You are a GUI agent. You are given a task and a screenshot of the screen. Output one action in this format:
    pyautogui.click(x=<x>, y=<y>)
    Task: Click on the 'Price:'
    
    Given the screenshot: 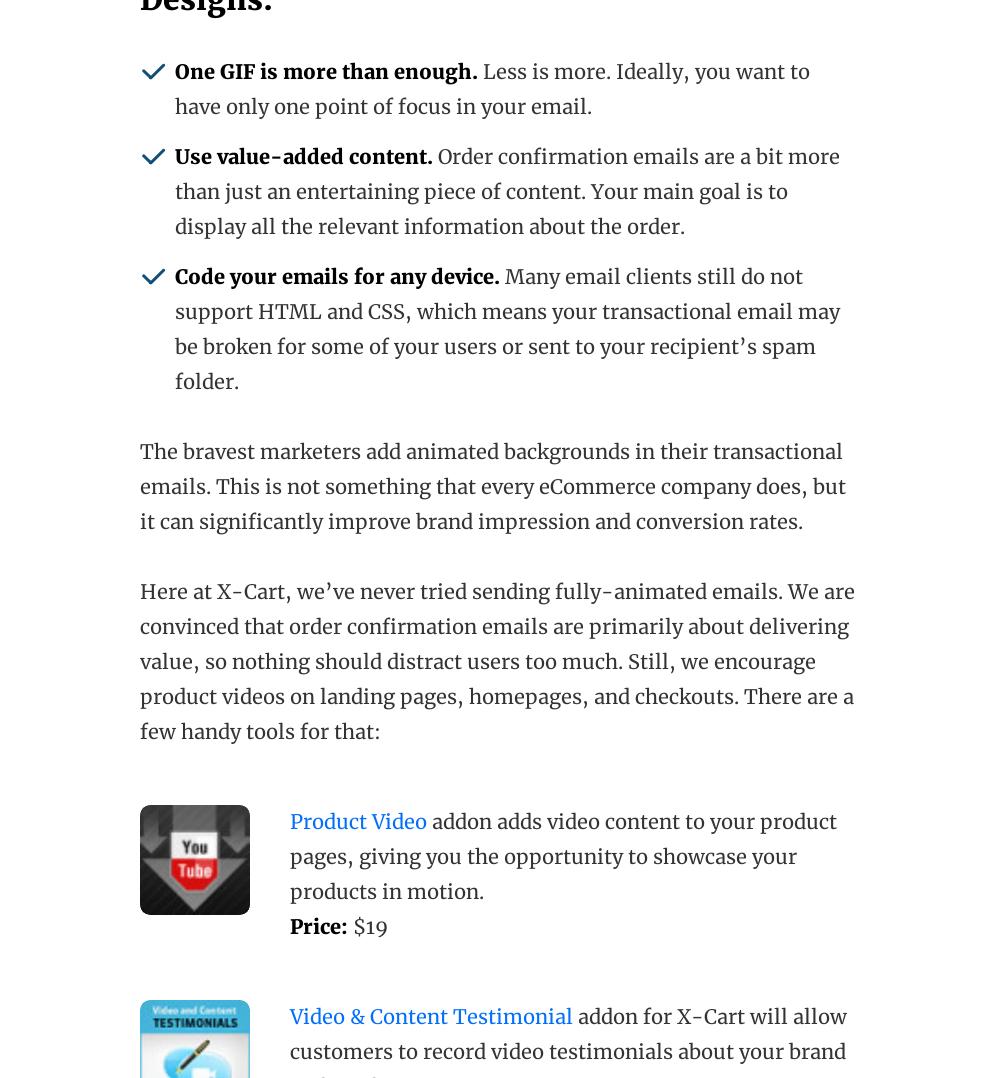 What is the action you would take?
    pyautogui.click(x=290, y=924)
    